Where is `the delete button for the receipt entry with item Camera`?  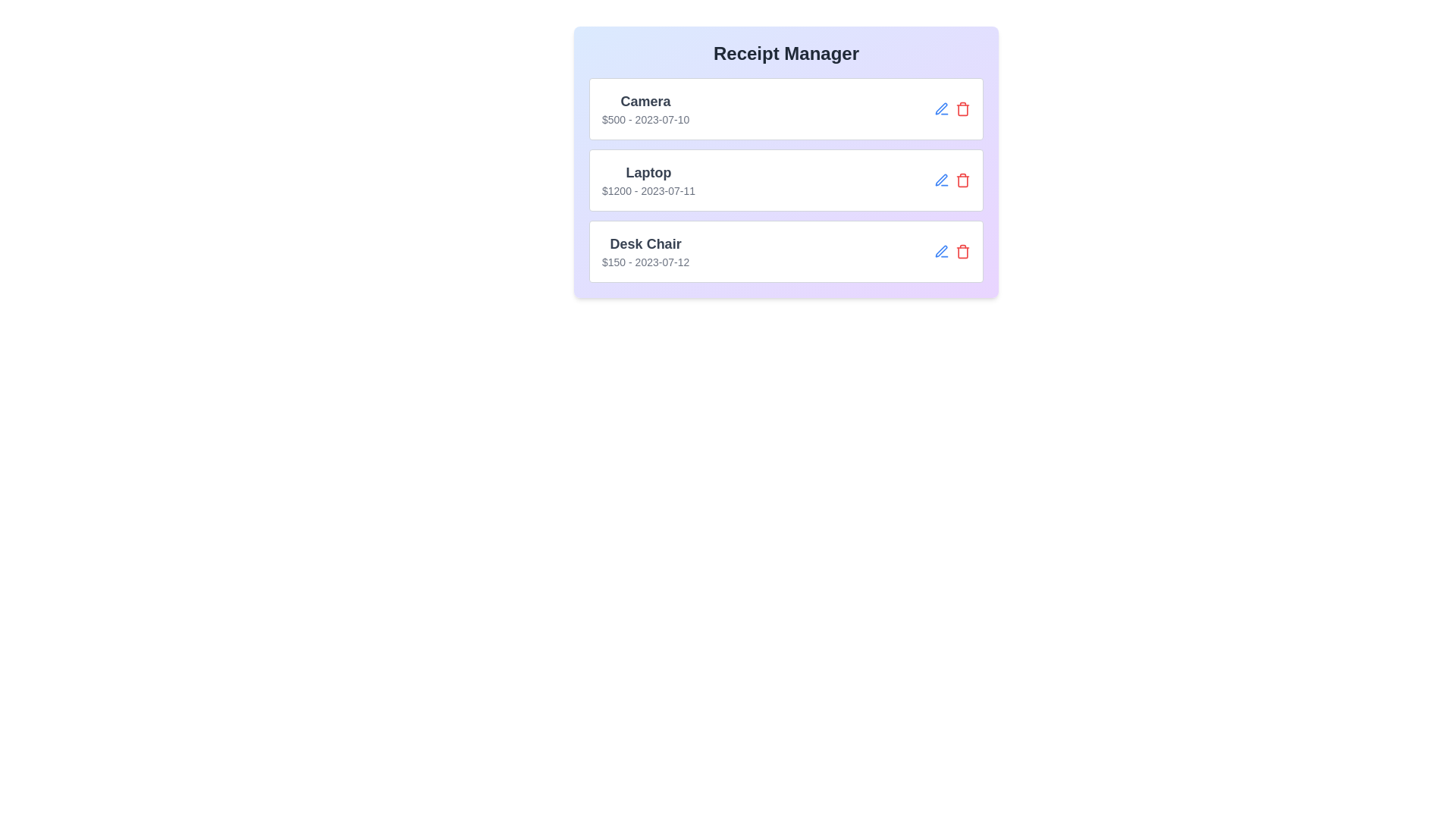 the delete button for the receipt entry with item Camera is located at coordinates (962, 108).